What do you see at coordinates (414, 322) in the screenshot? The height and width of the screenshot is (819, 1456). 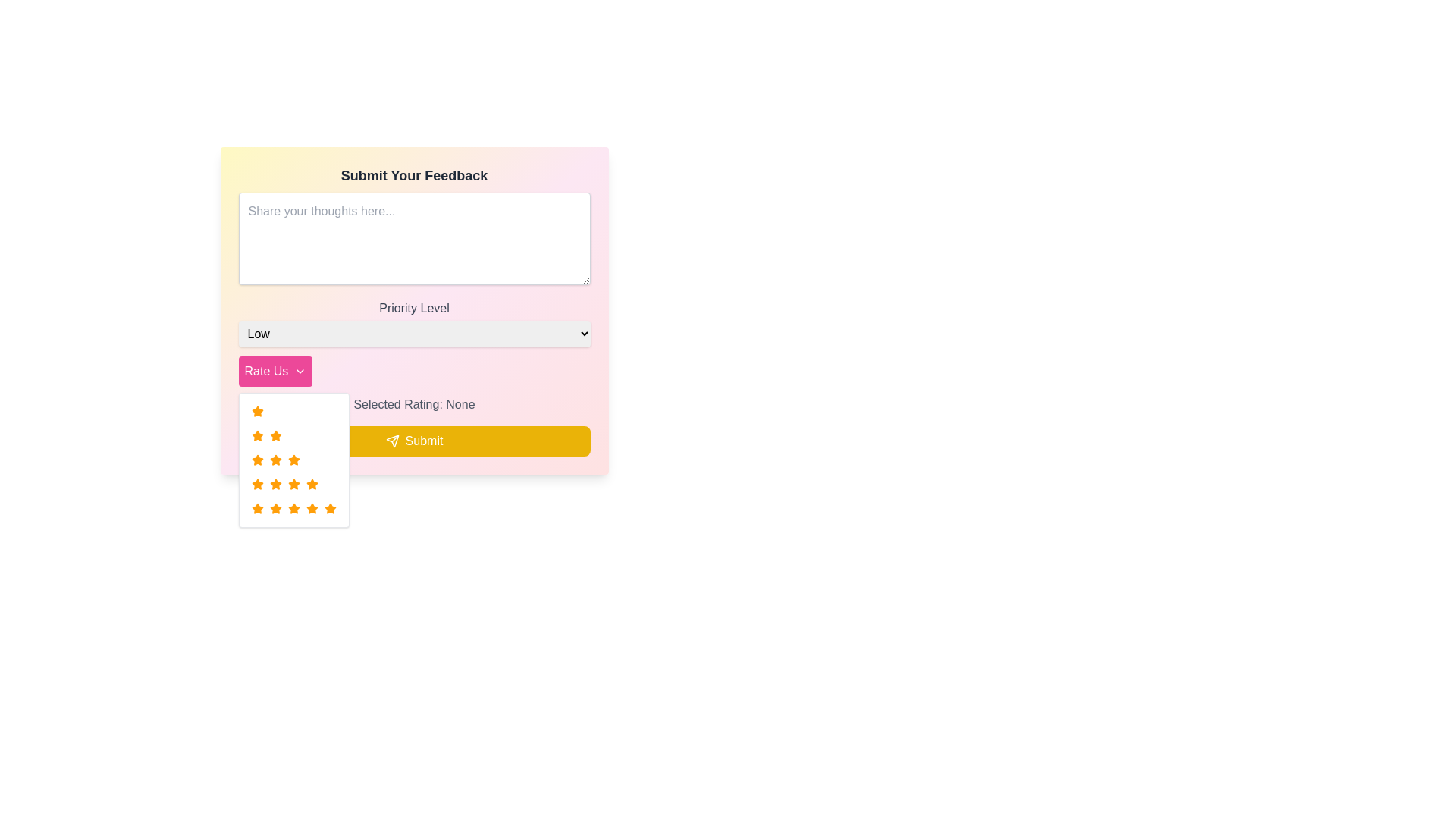 I see `the 'Priority Level' dropdown menu` at bounding box center [414, 322].